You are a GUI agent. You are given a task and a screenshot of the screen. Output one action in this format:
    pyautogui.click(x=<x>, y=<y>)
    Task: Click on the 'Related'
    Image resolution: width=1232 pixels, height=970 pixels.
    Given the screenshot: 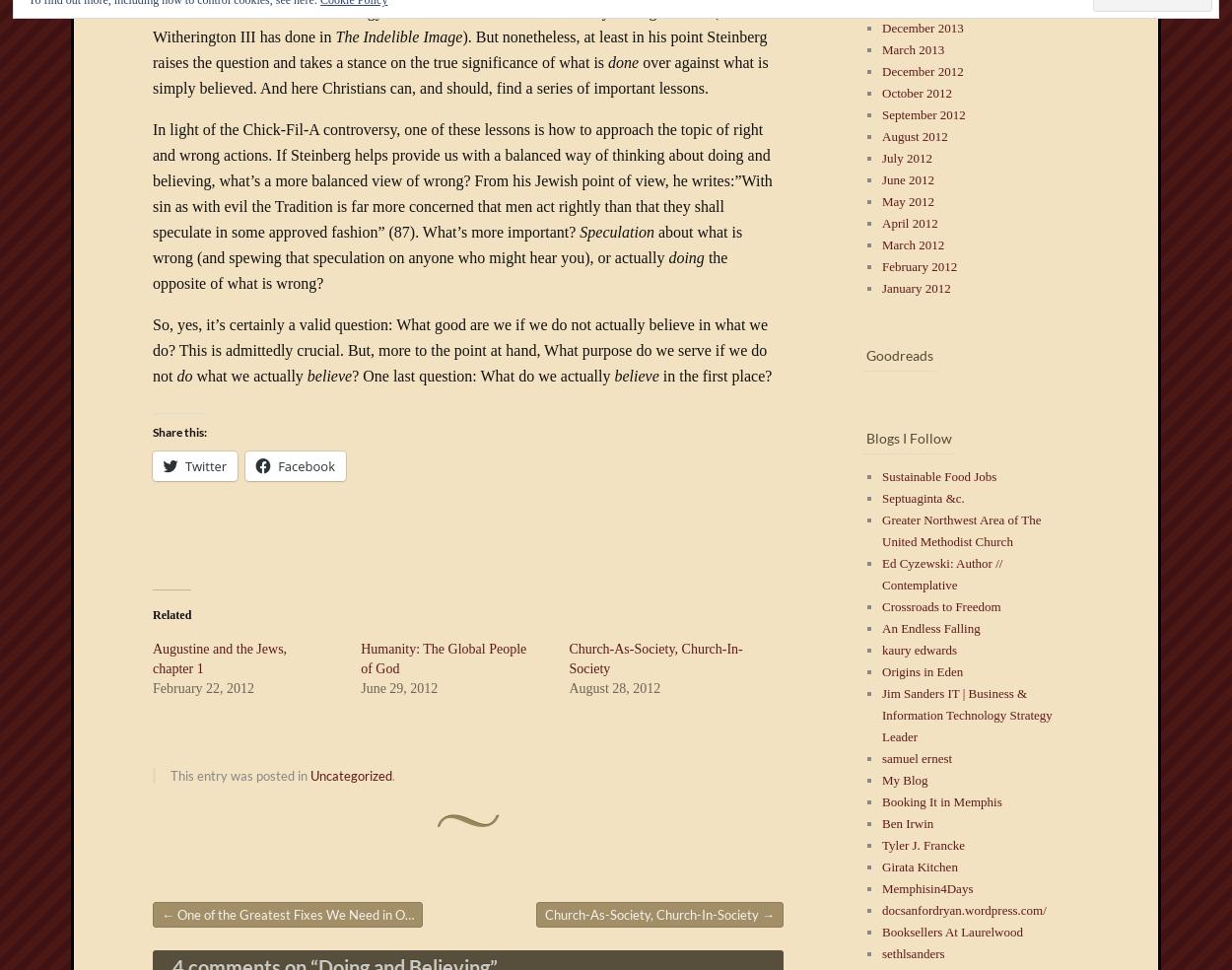 What is the action you would take?
    pyautogui.click(x=153, y=614)
    